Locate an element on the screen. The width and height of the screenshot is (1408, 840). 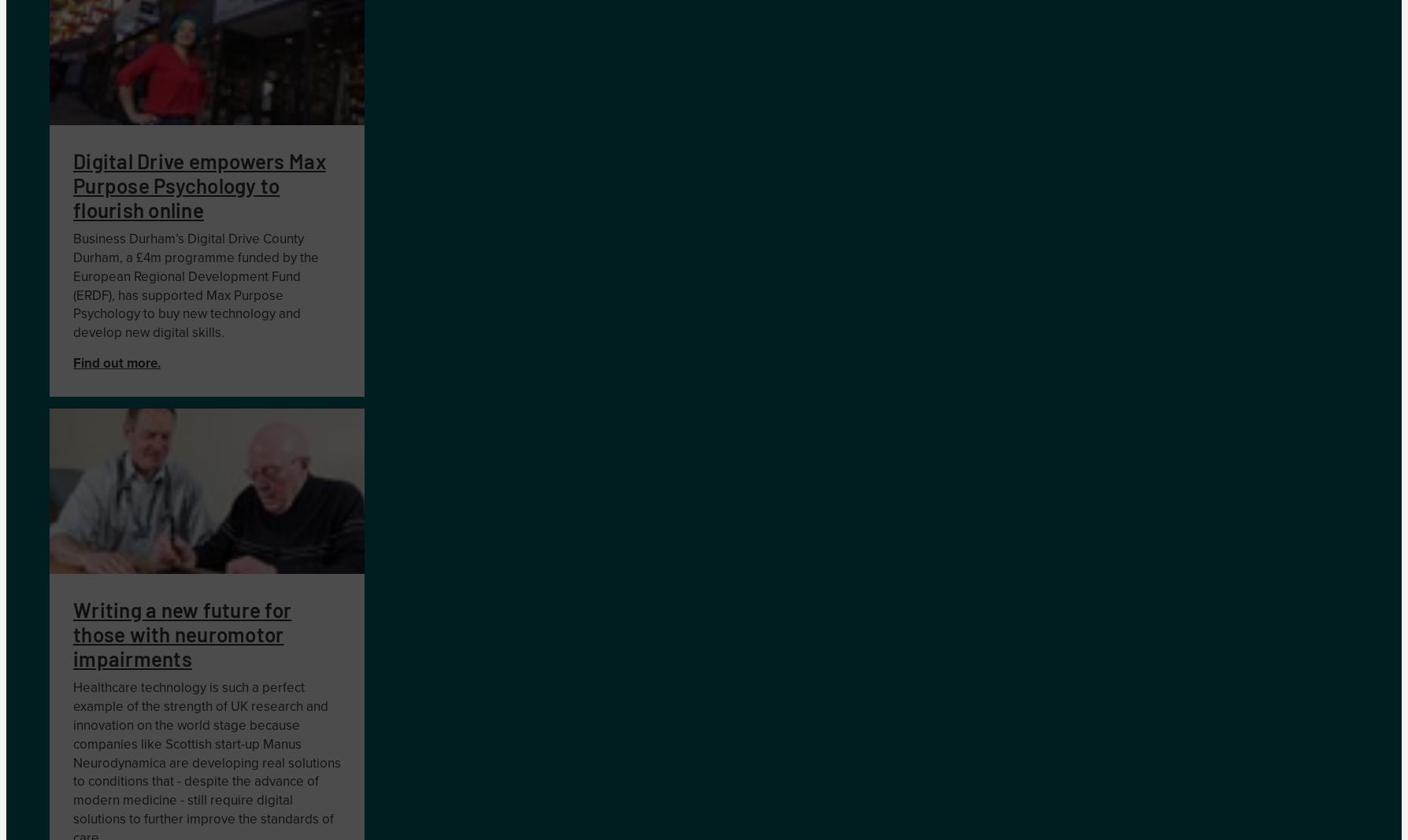
',' is located at coordinates (122, 257).